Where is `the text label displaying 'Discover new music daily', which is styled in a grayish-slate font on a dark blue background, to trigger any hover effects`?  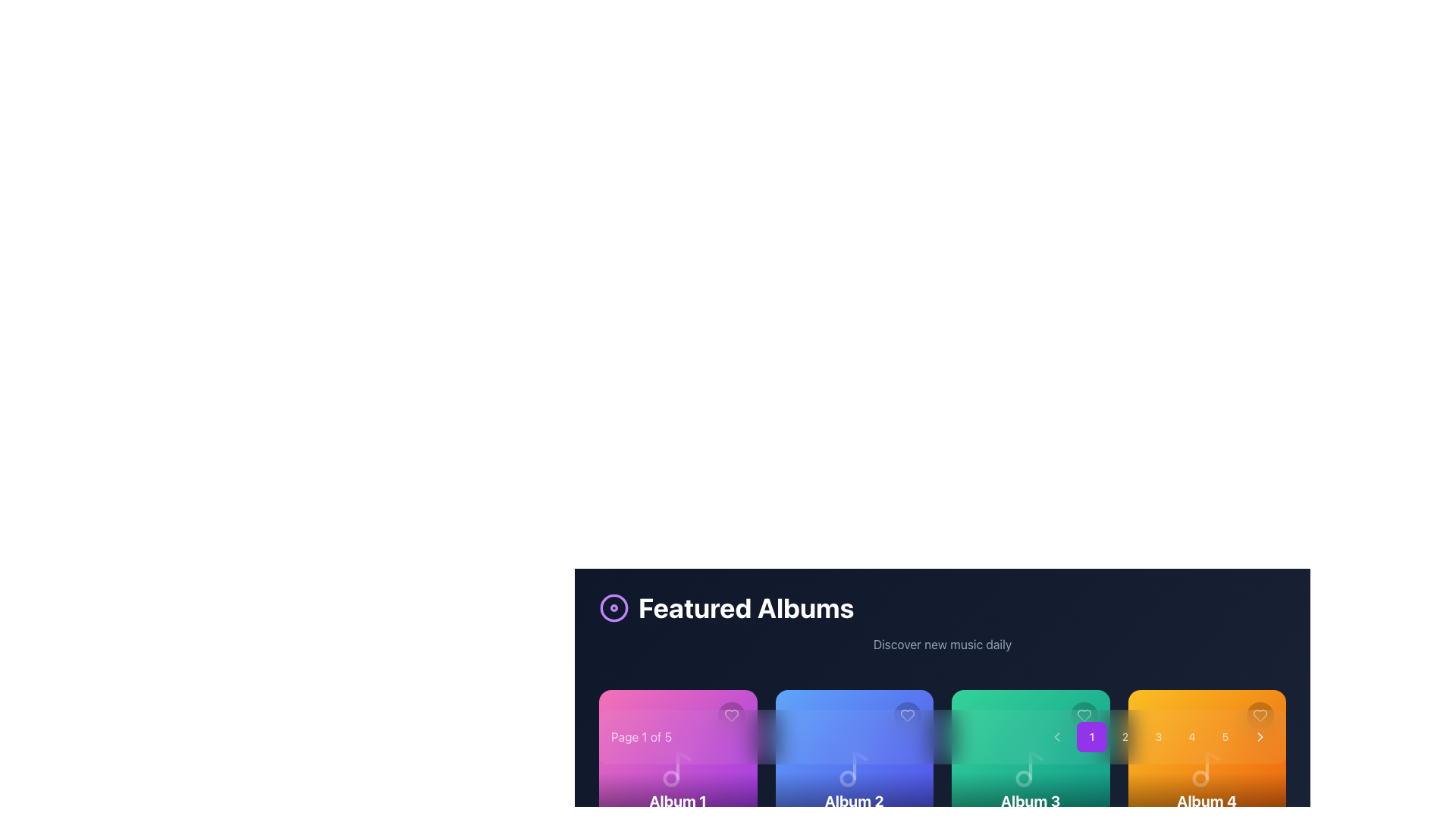
the text label displaying 'Discover new music daily', which is styled in a grayish-slate font on a dark blue background, to trigger any hover effects is located at coordinates (942, 644).